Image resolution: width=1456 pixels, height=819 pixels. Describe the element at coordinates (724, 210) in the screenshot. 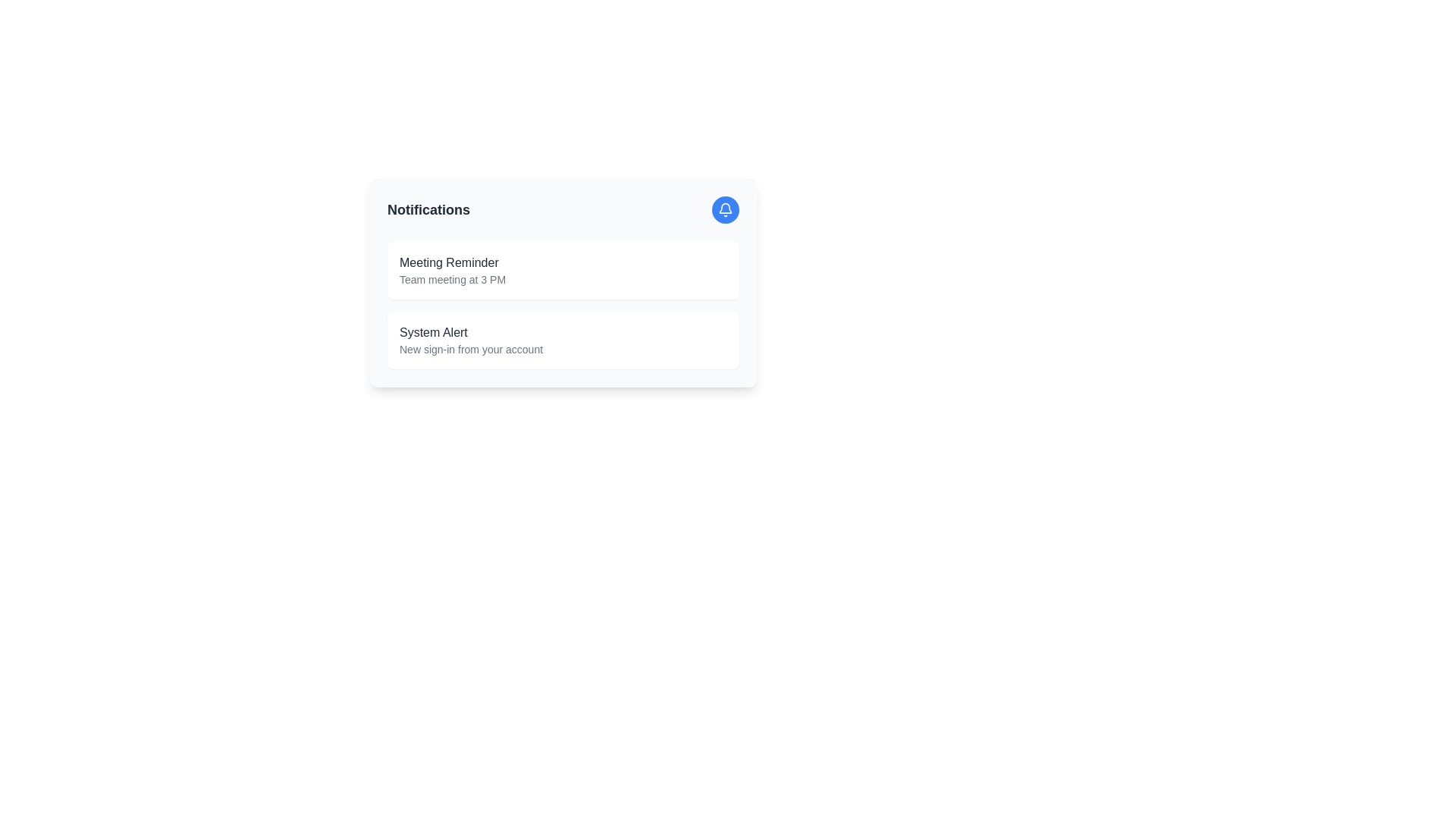

I see `the circular blue button with a white bell icon` at that location.